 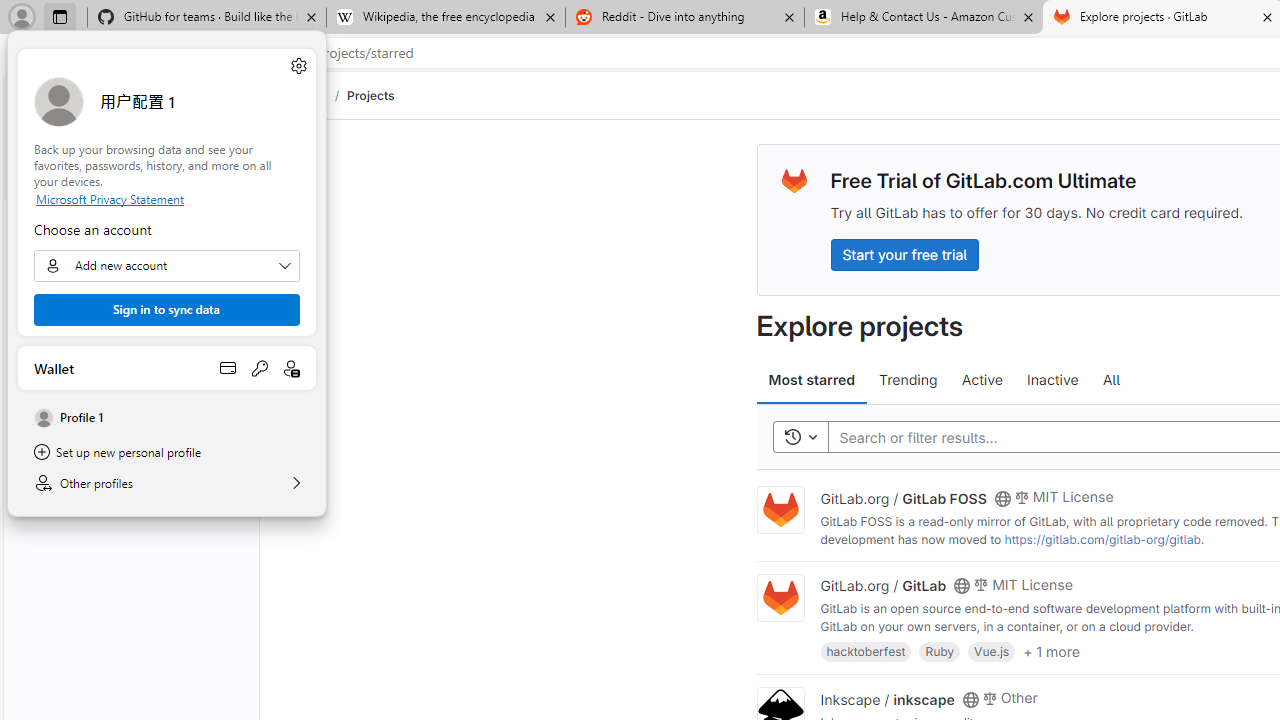 What do you see at coordinates (866, 651) in the screenshot?
I see `'hacktoberfest'` at bounding box center [866, 651].